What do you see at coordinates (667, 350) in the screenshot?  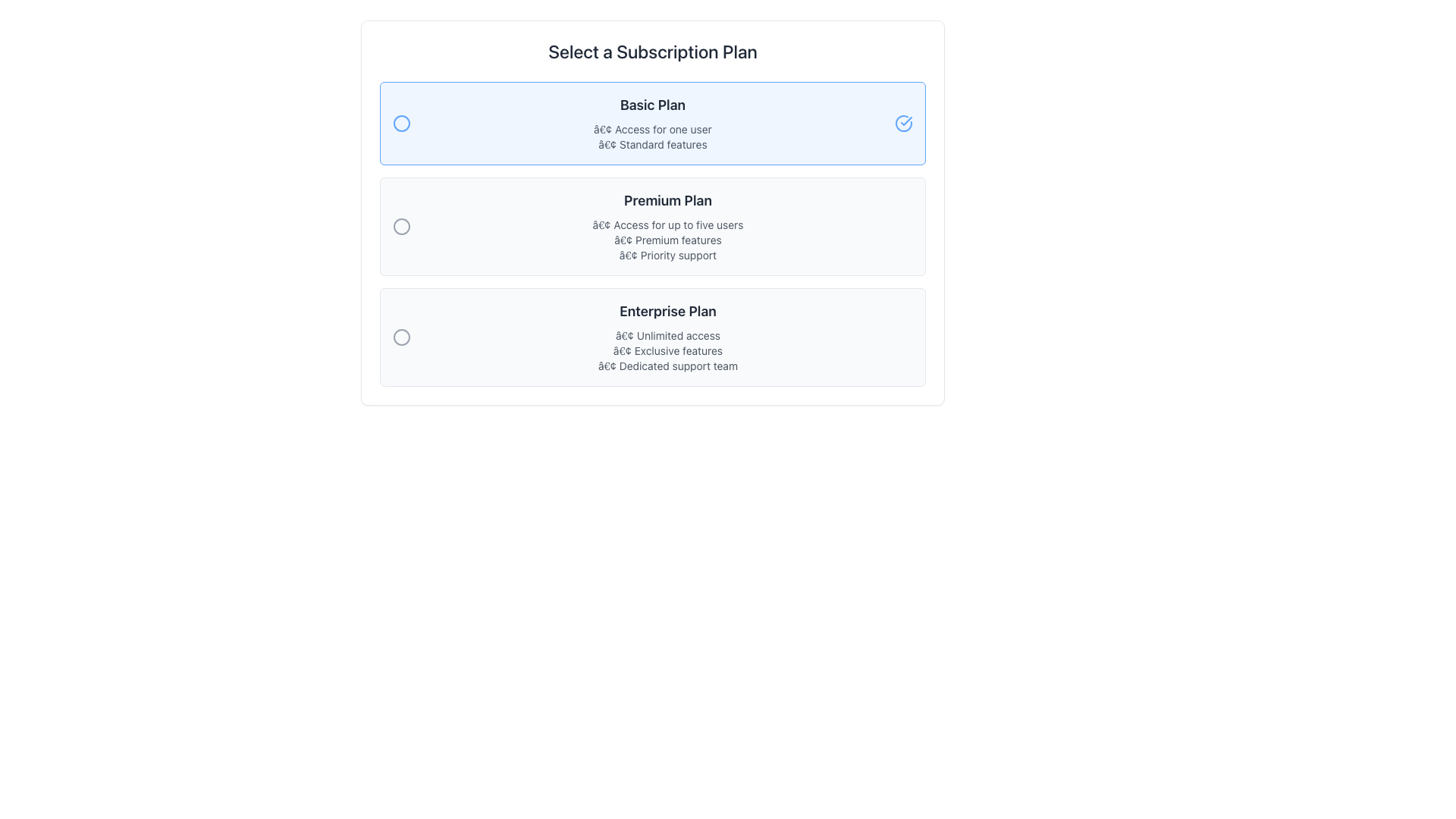 I see `the text block containing the three bullet points describing the benefits of the 'Enterprise Plan', which is styled in a smaller font size and muted gray color` at bounding box center [667, 350].